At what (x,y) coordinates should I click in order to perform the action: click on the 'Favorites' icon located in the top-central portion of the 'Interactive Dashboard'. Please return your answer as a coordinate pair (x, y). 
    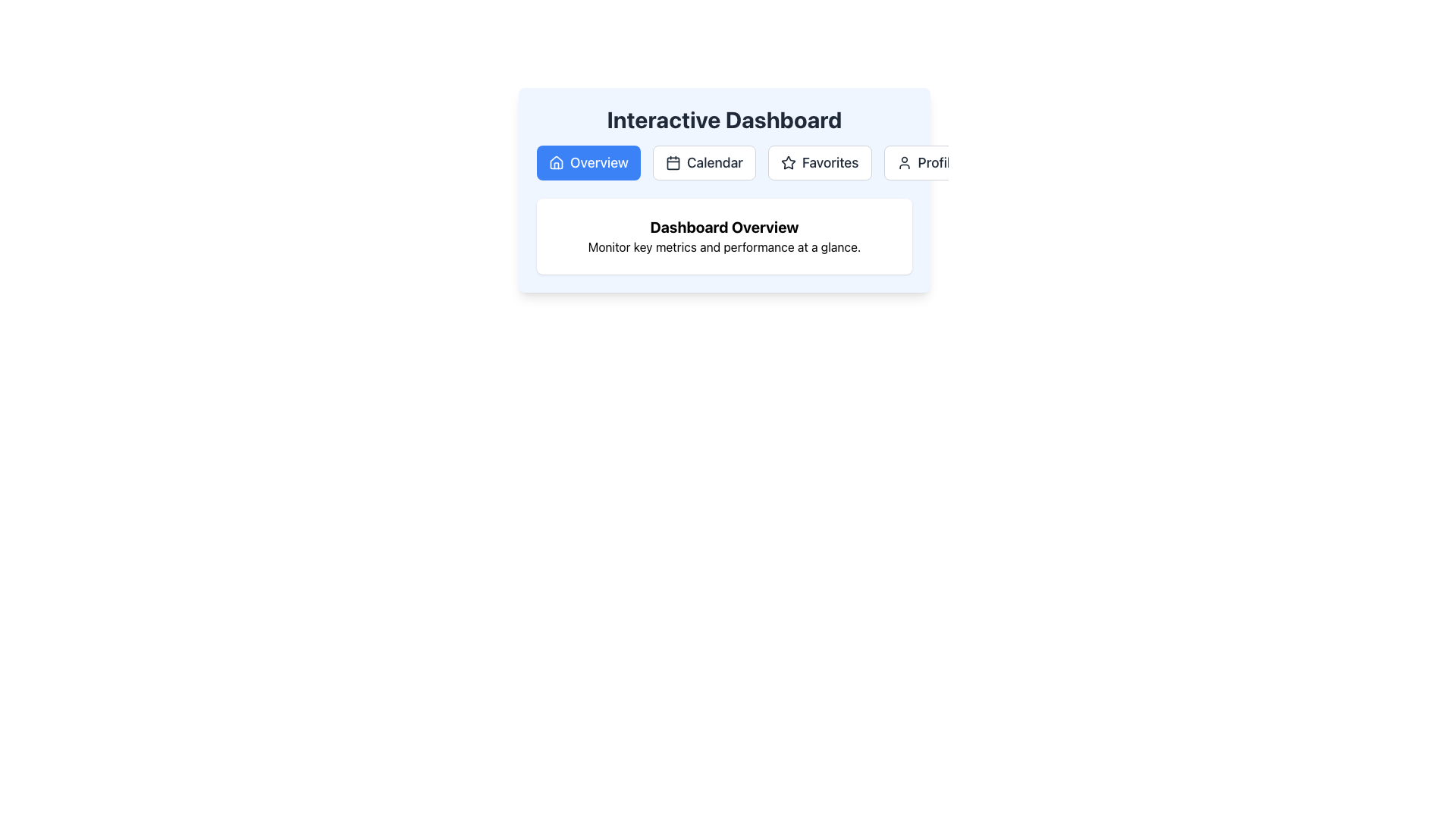
    Looking at the image, I should click on (789, 163).